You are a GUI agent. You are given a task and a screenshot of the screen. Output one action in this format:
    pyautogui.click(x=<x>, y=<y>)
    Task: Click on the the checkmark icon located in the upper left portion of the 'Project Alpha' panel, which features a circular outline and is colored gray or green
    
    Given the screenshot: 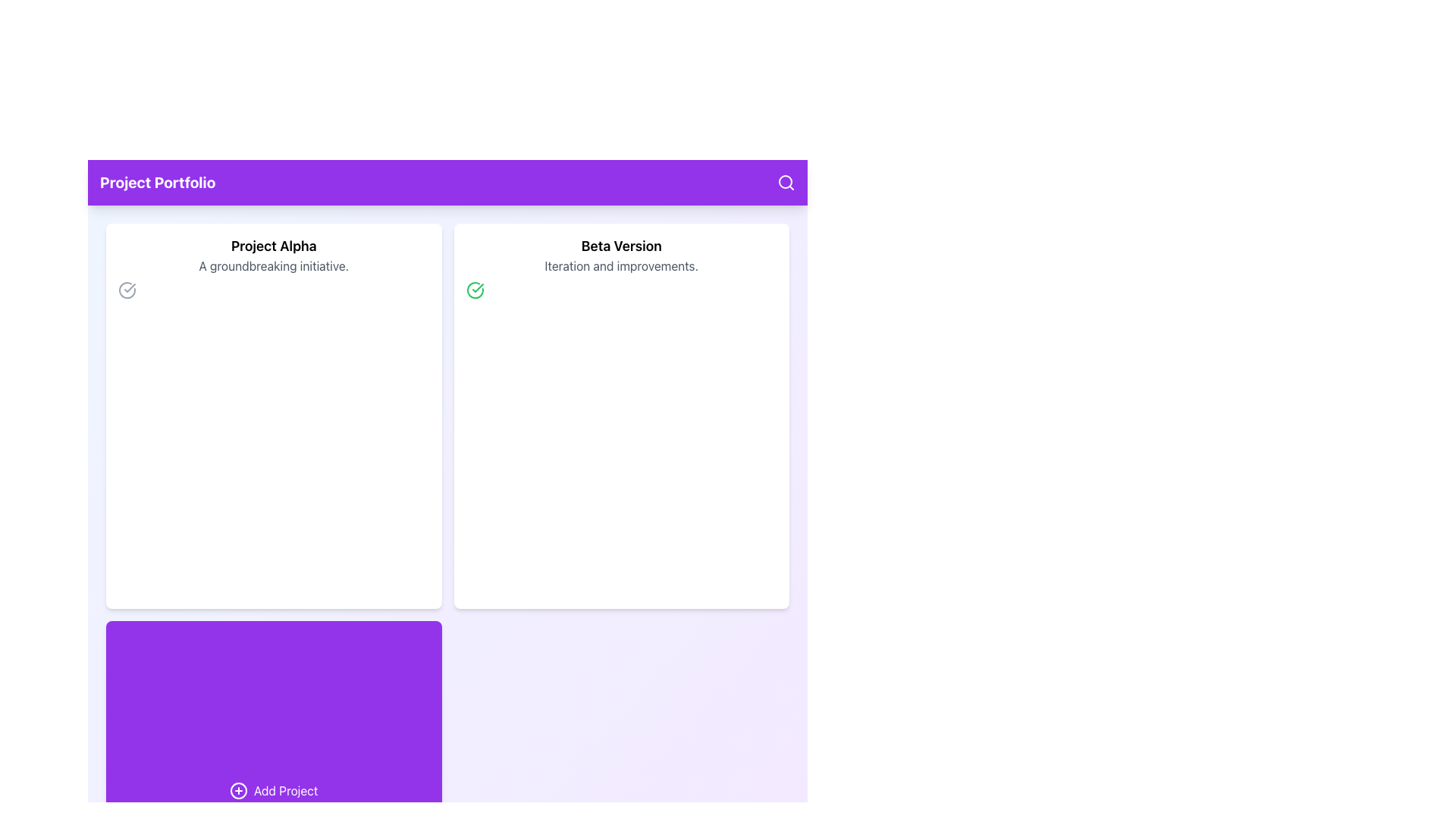 What is the action you would take?
    pyautogui.click(x=130, y=288)
    